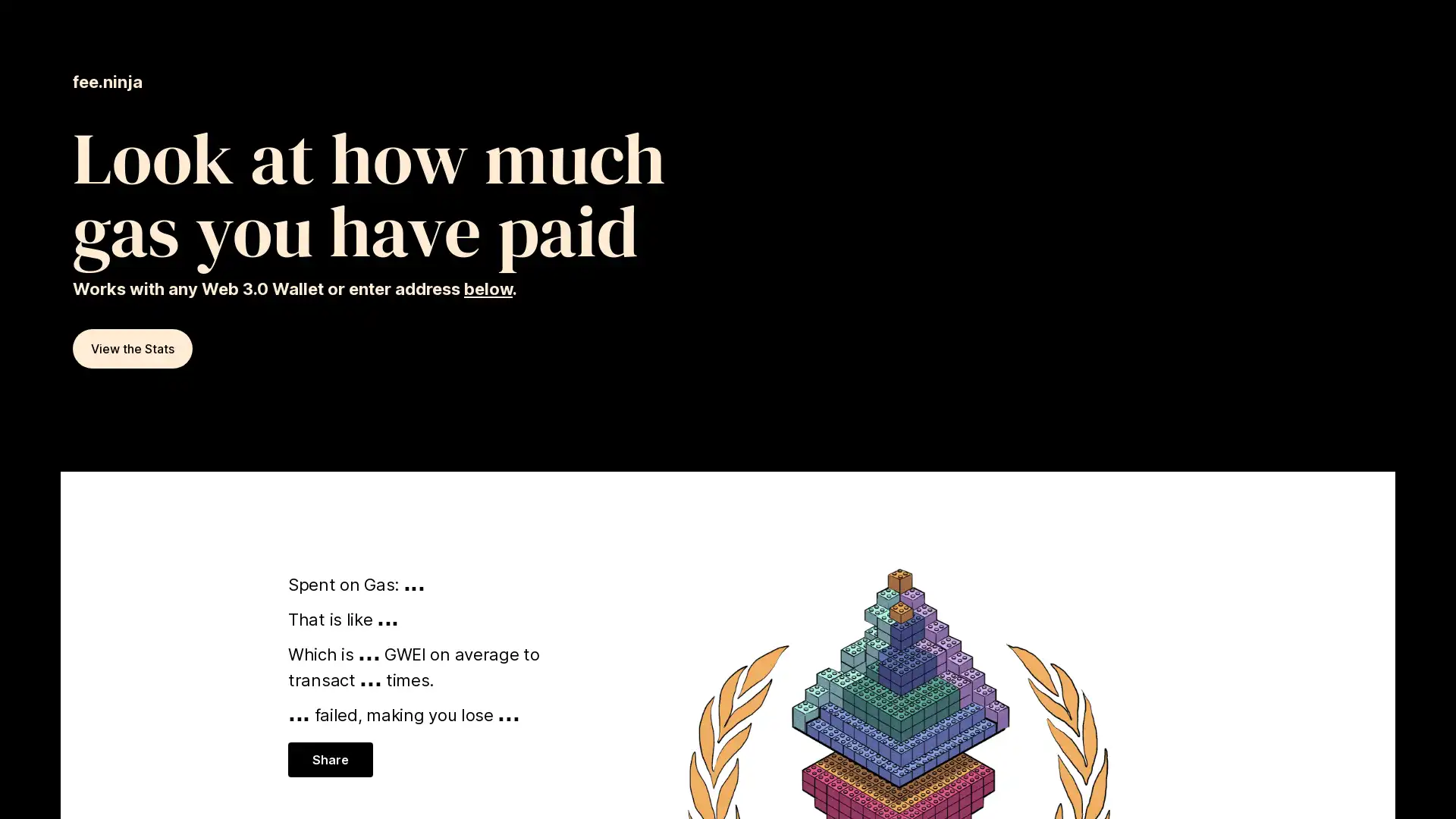  Describe the element at coordinates (329, 760) in the screenshot. I see `Share` at that location.